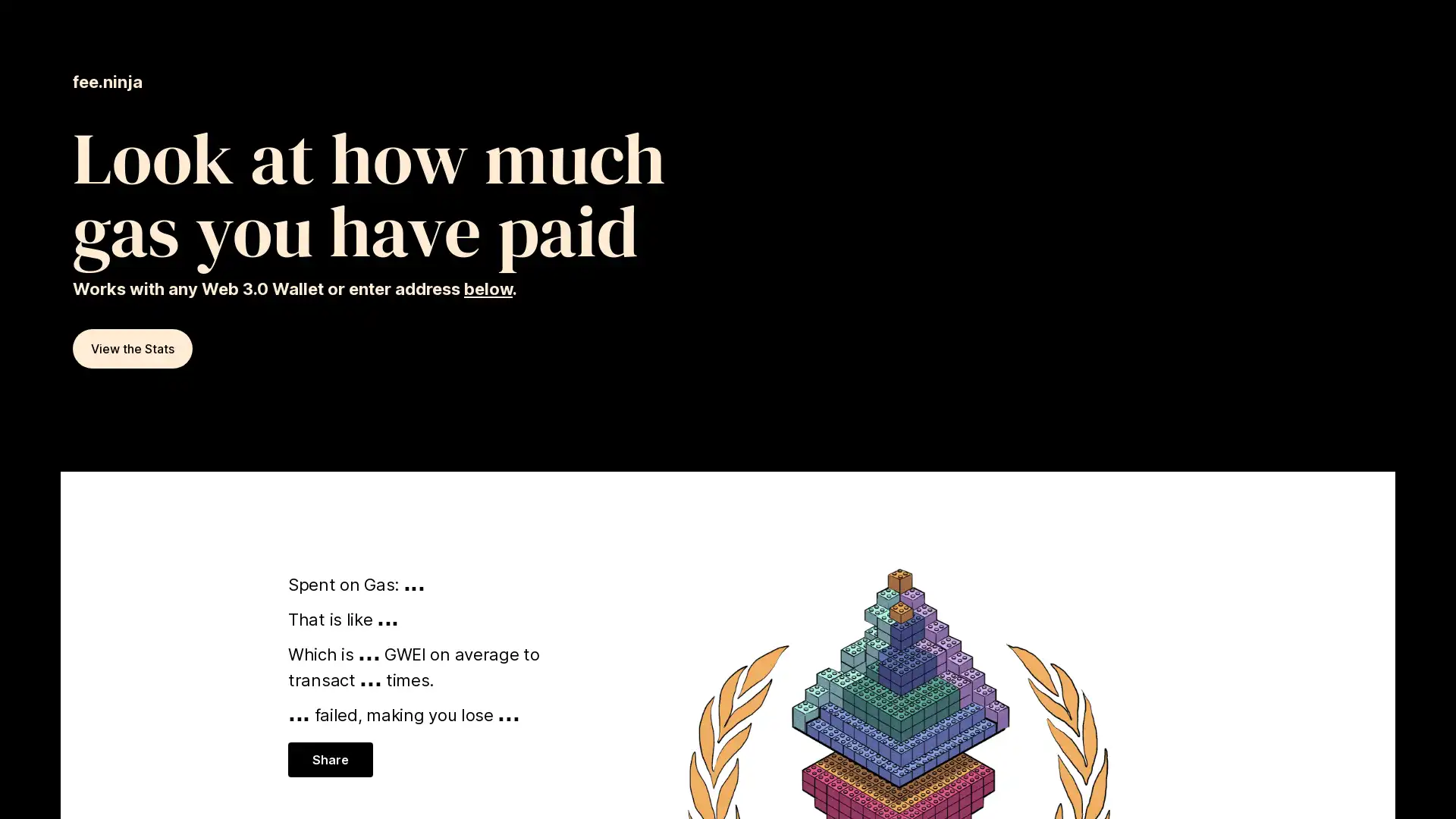  Describe the element at coordinates (329, 760) in the screenshot. I see `Share` at that location.